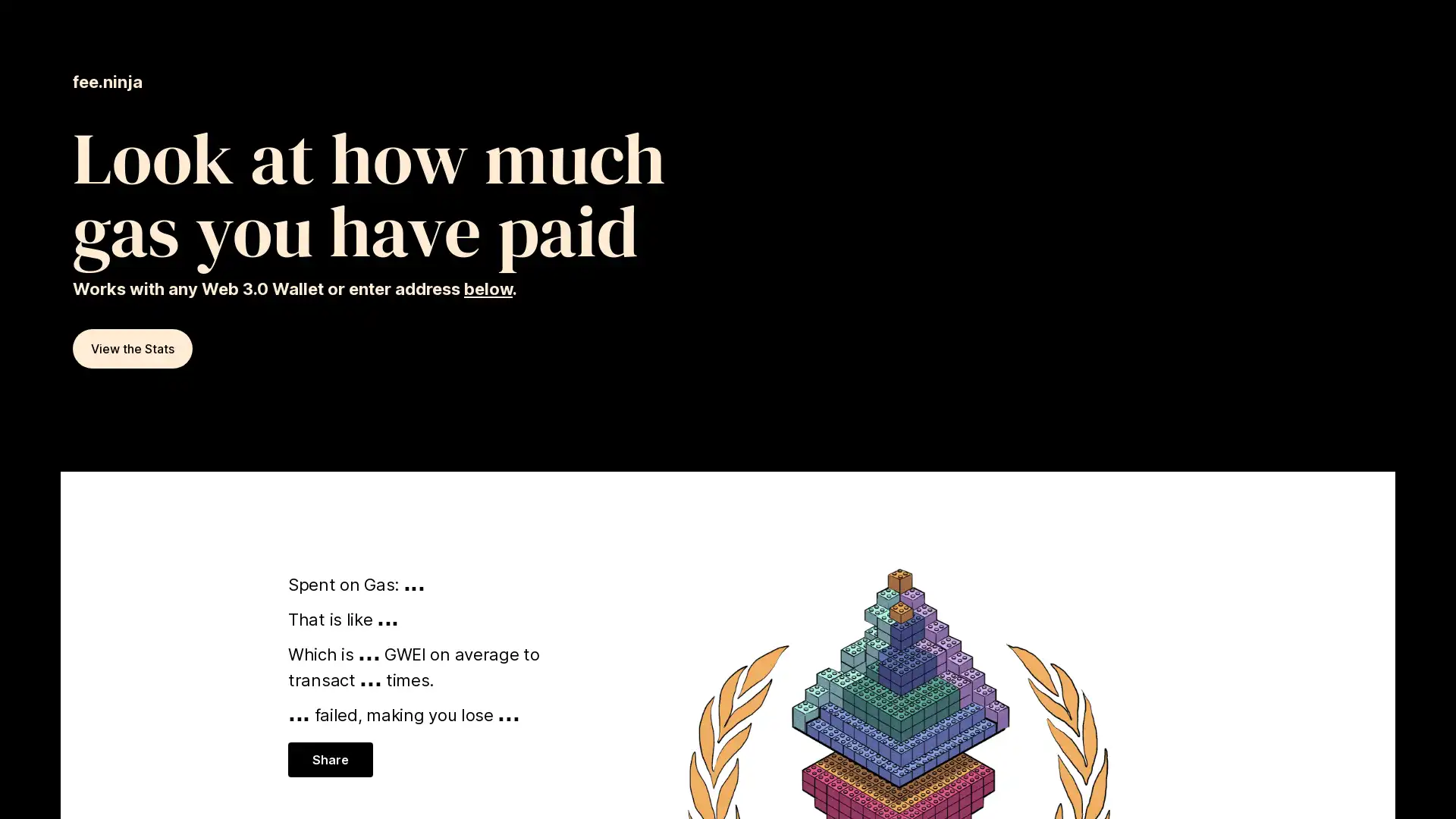  Describe the element at coordinates (329, 760) in the screenshot. I see `Share` at that location.